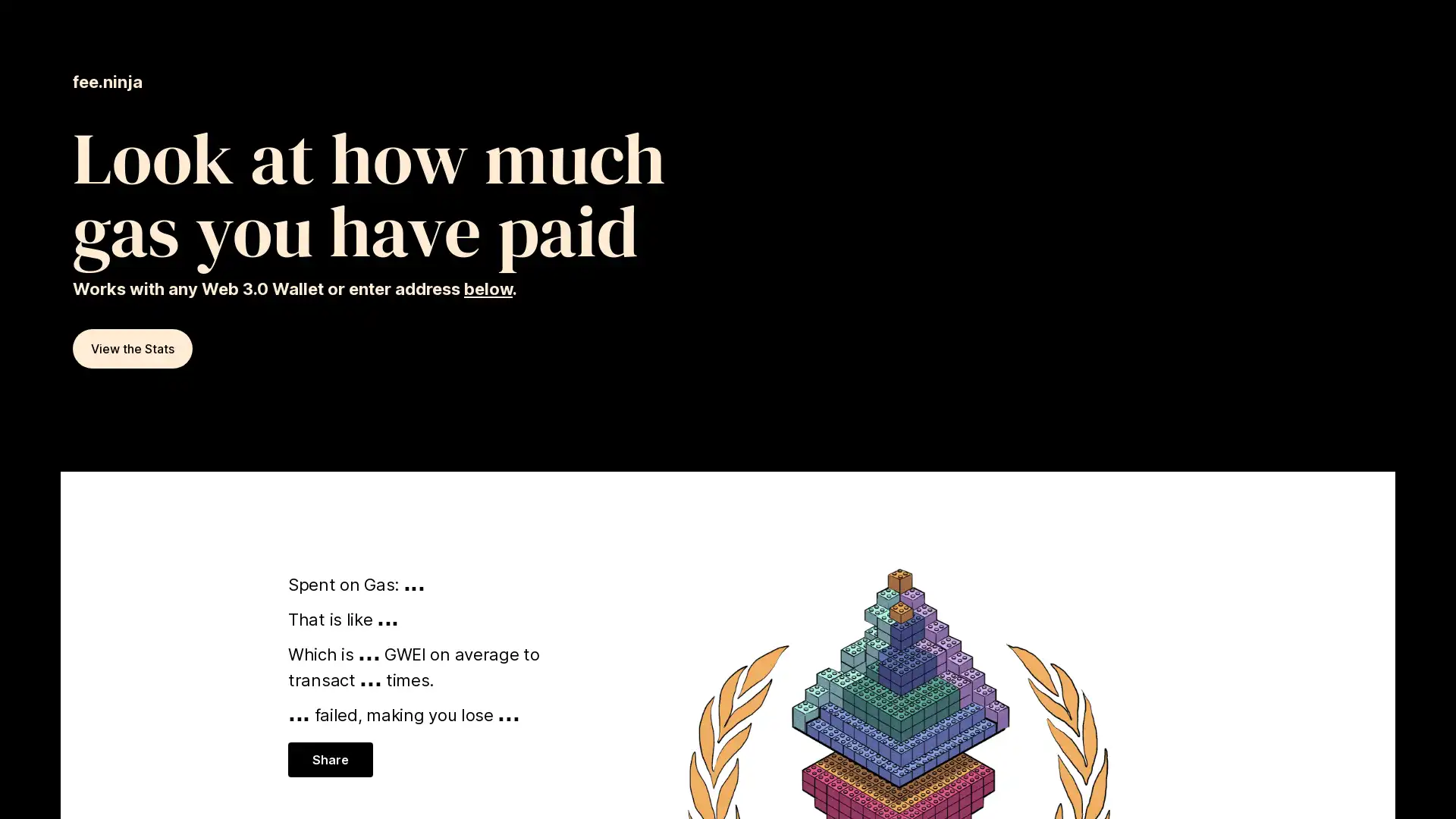  Describe the element at coordinates (329, 760) in the screenshot. I see `Share` at that location.